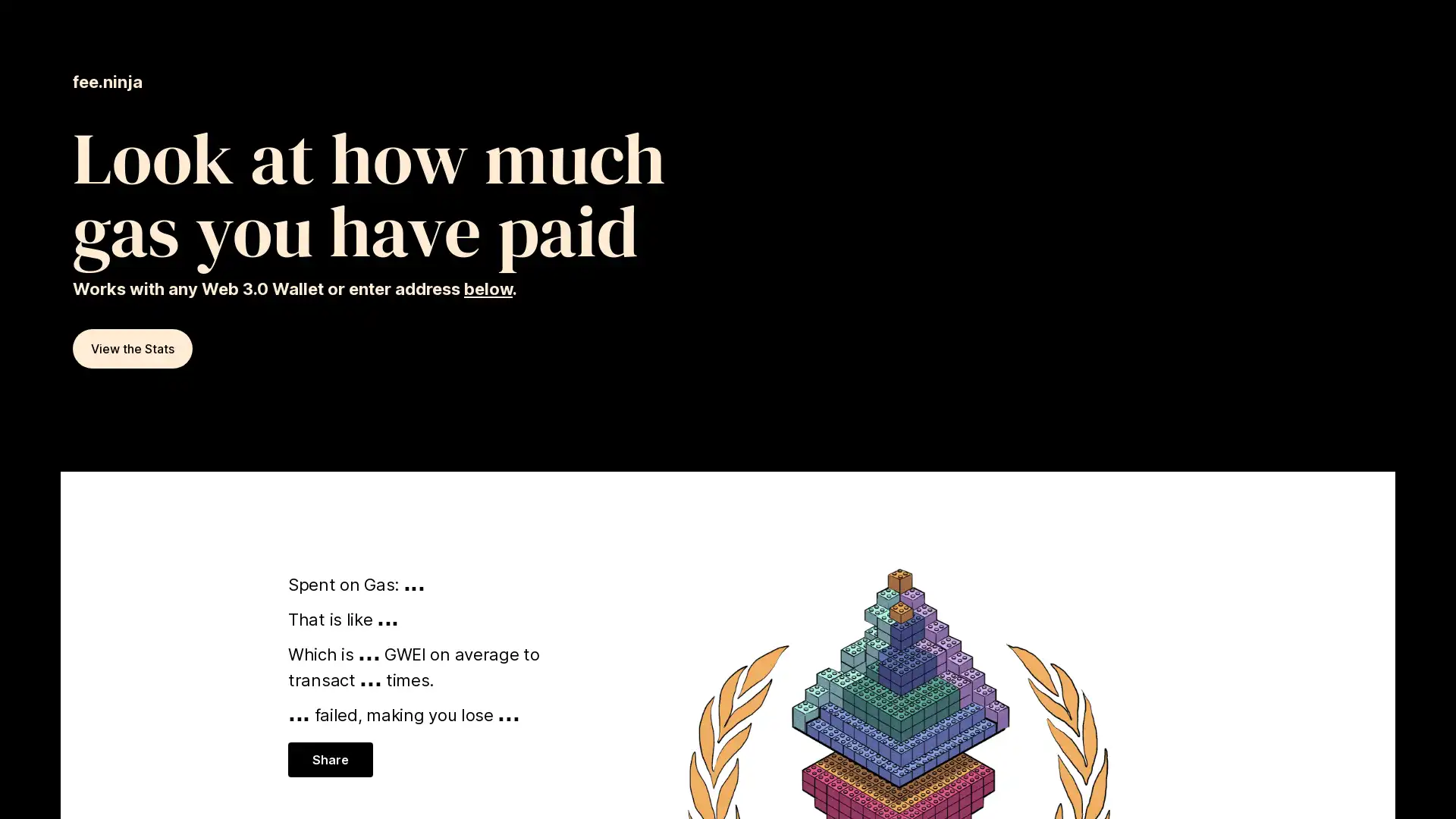  Describe the element at coordinates (329, 760) in the screenshot. I see `Share` at that location.